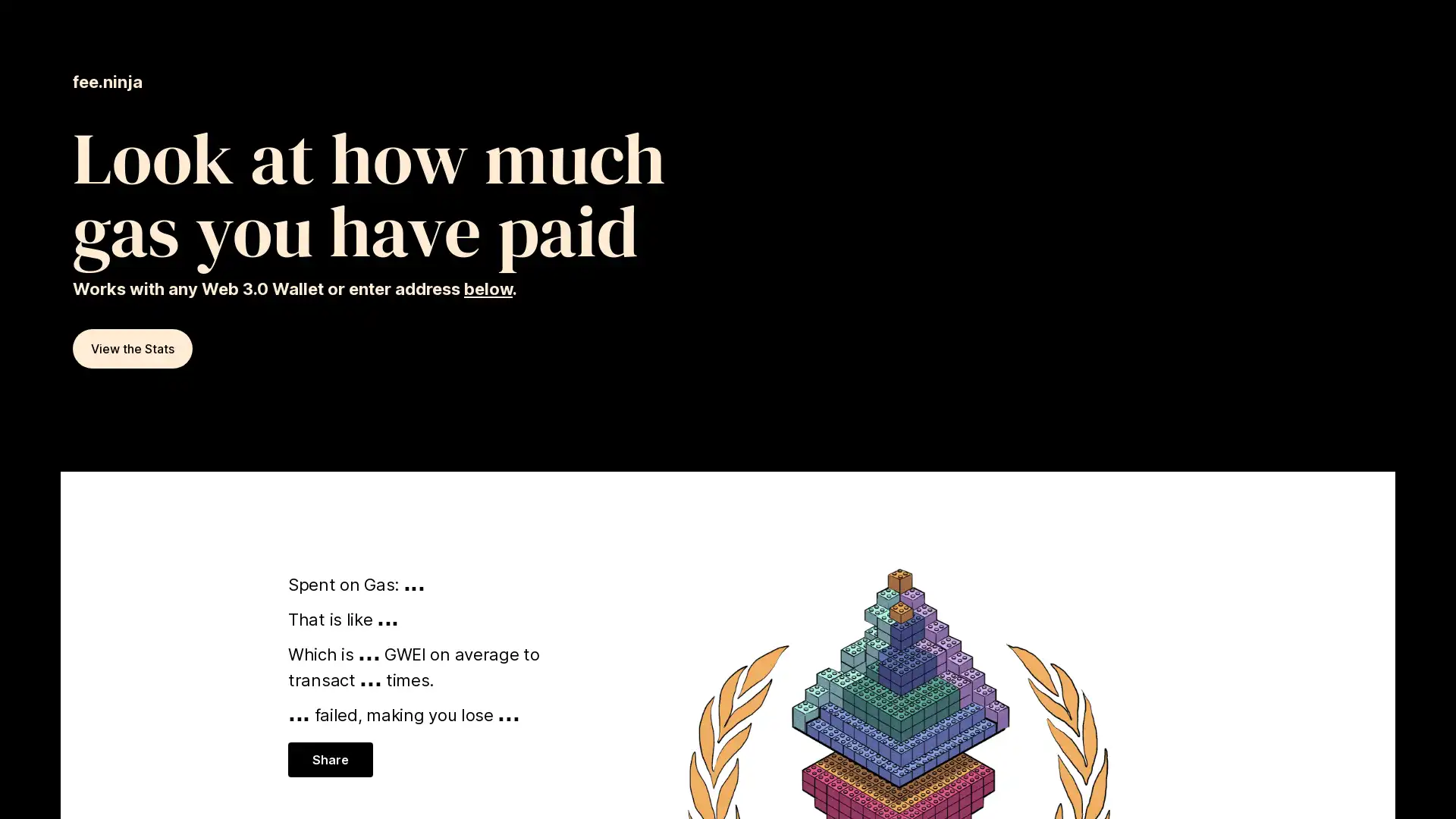  Describe the element at coordinates (329, 760) in the screenshot. I see `Share` at that location.